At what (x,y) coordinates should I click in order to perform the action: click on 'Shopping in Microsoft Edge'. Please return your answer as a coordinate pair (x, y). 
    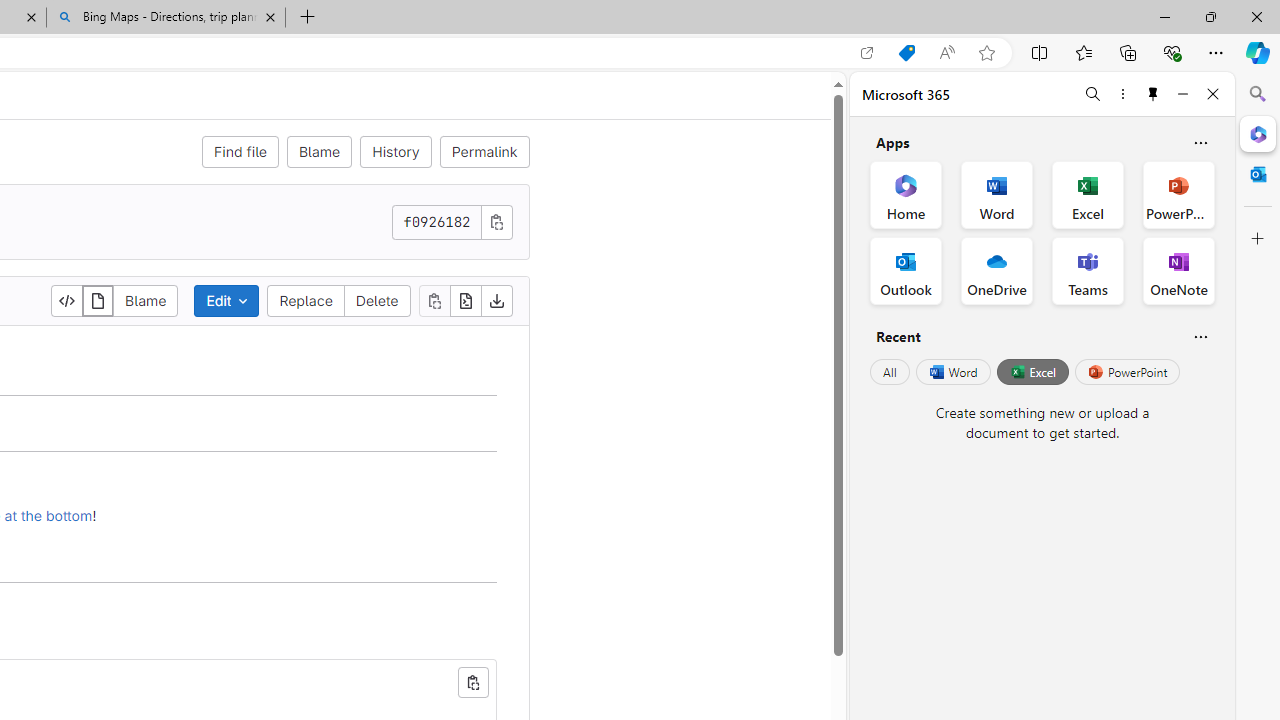
    Looking at the image, I should click on (905, 52).